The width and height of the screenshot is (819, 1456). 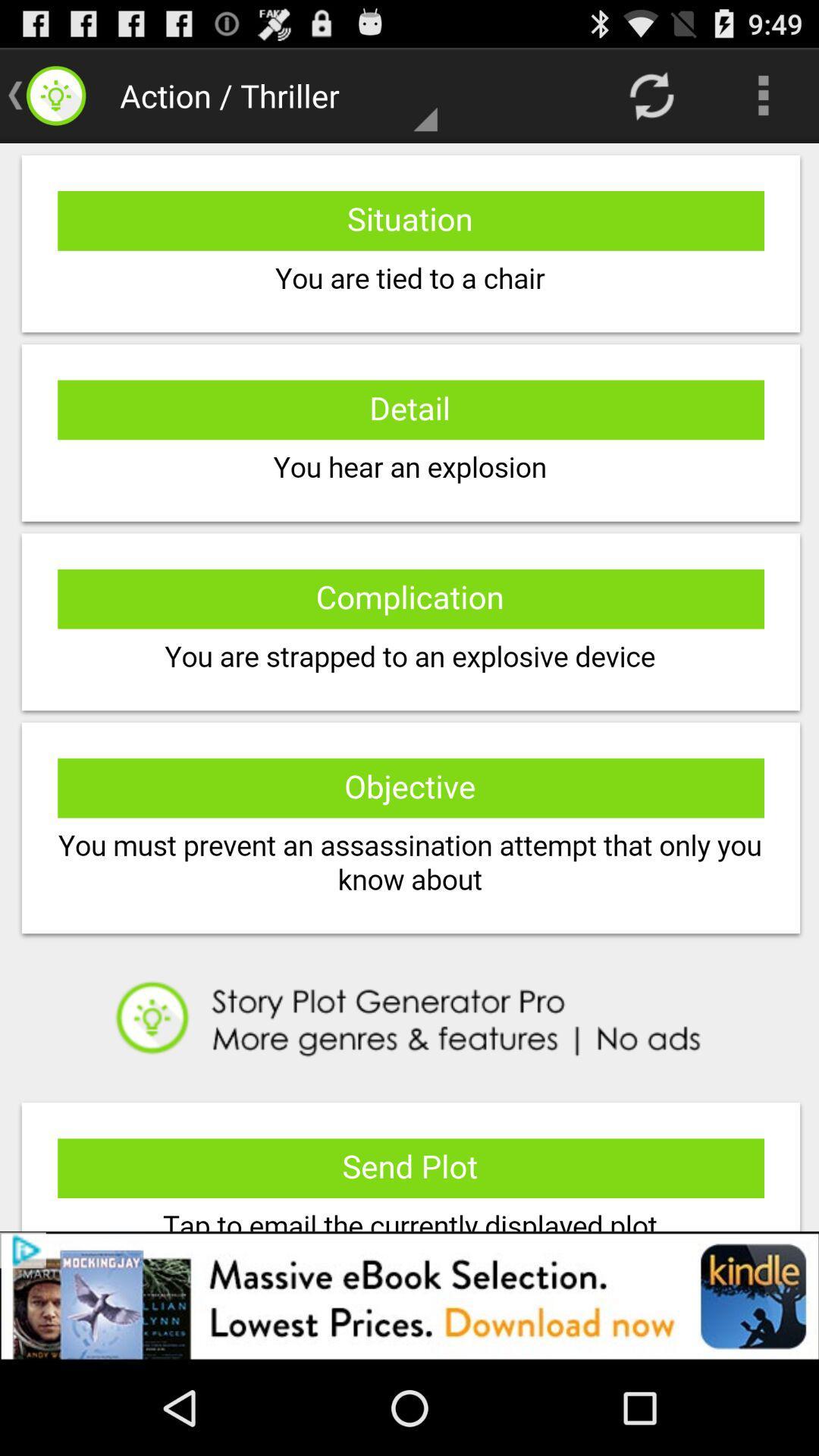 I want to click on description, so click(x=409, y=686).